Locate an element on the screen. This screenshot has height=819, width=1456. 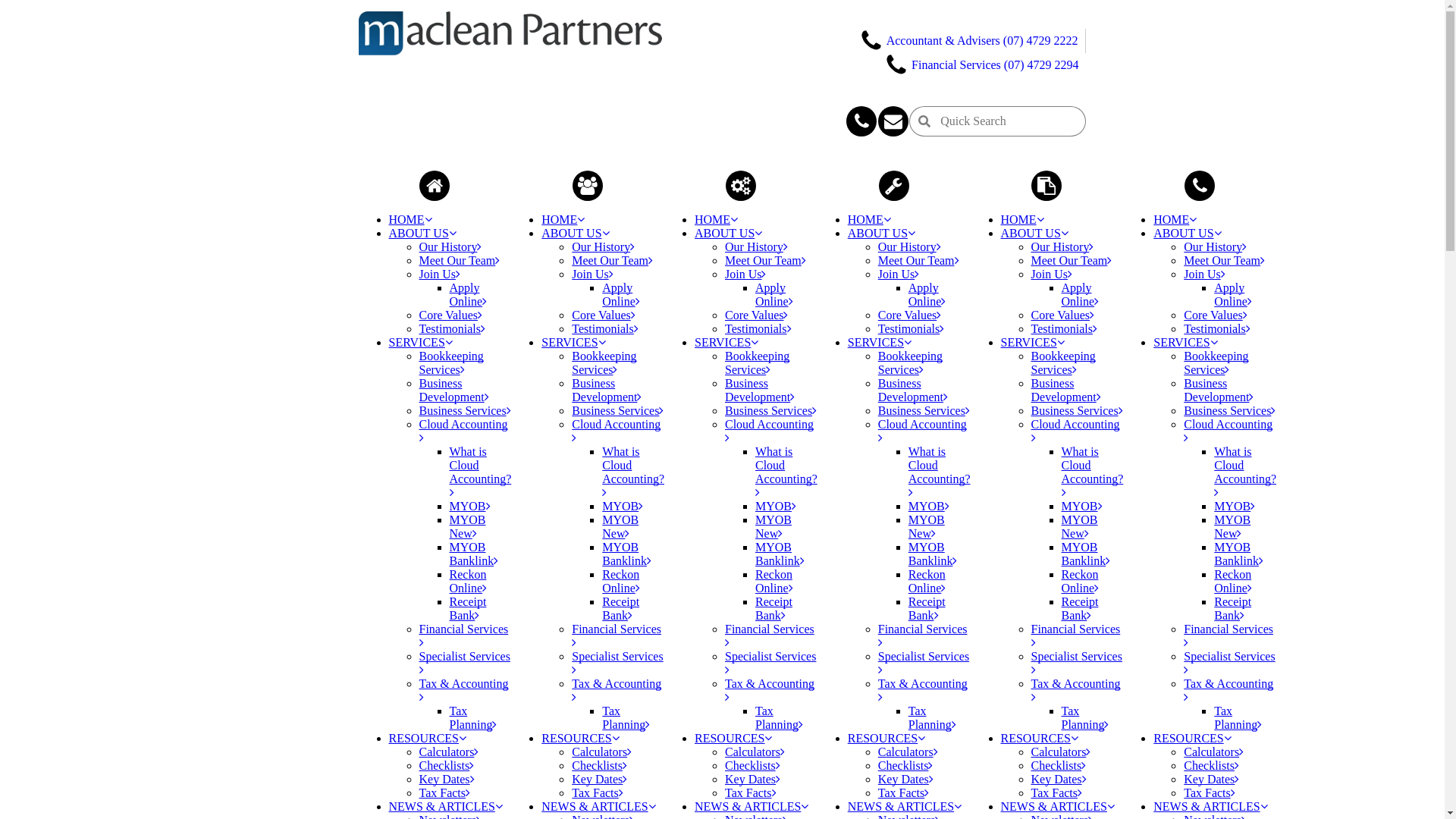
'Testimonials' is located at coordinates (1216, 328).